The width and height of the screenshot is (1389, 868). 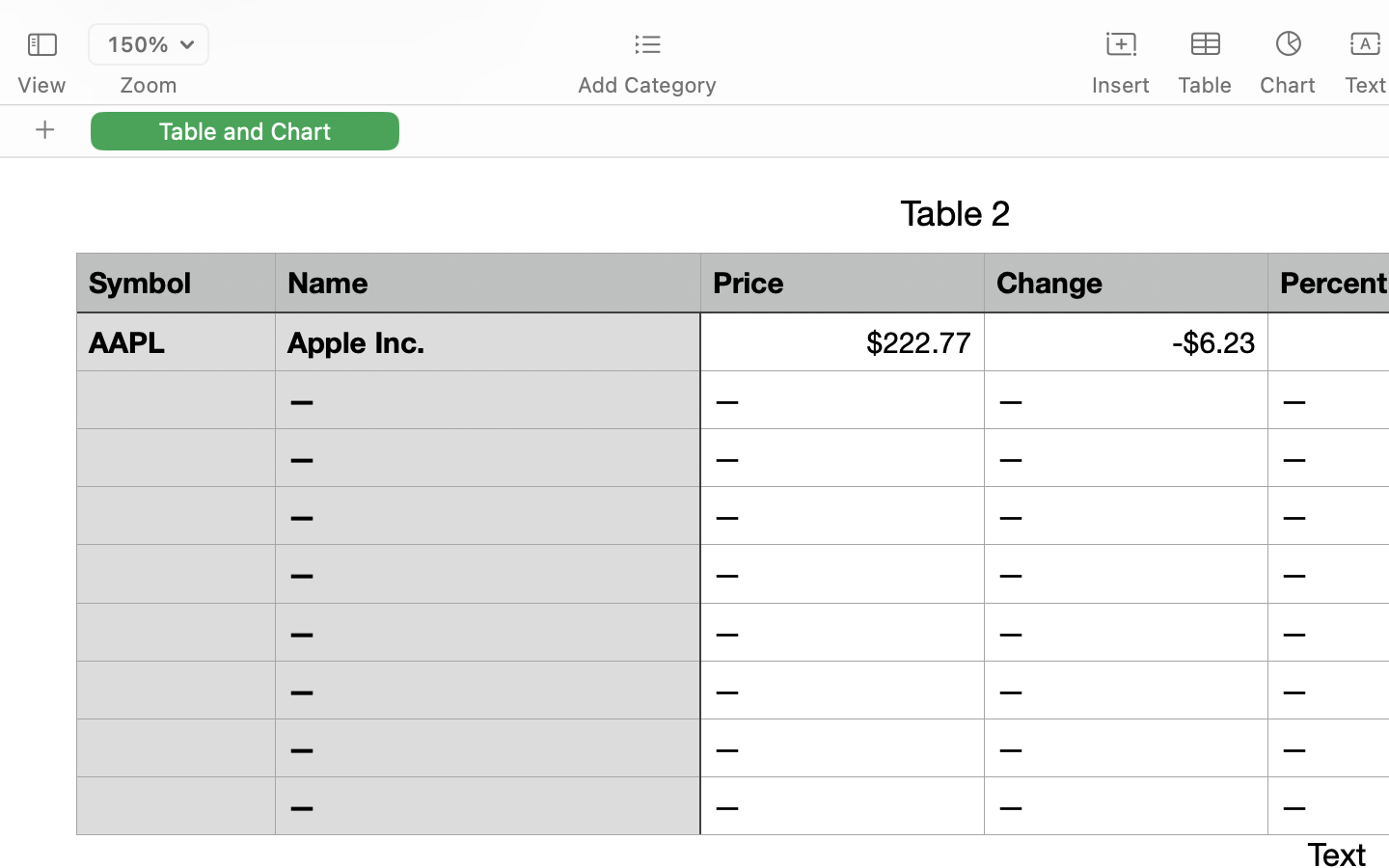 I want to click on 'Table and Chart', so click(x=244, y=130).